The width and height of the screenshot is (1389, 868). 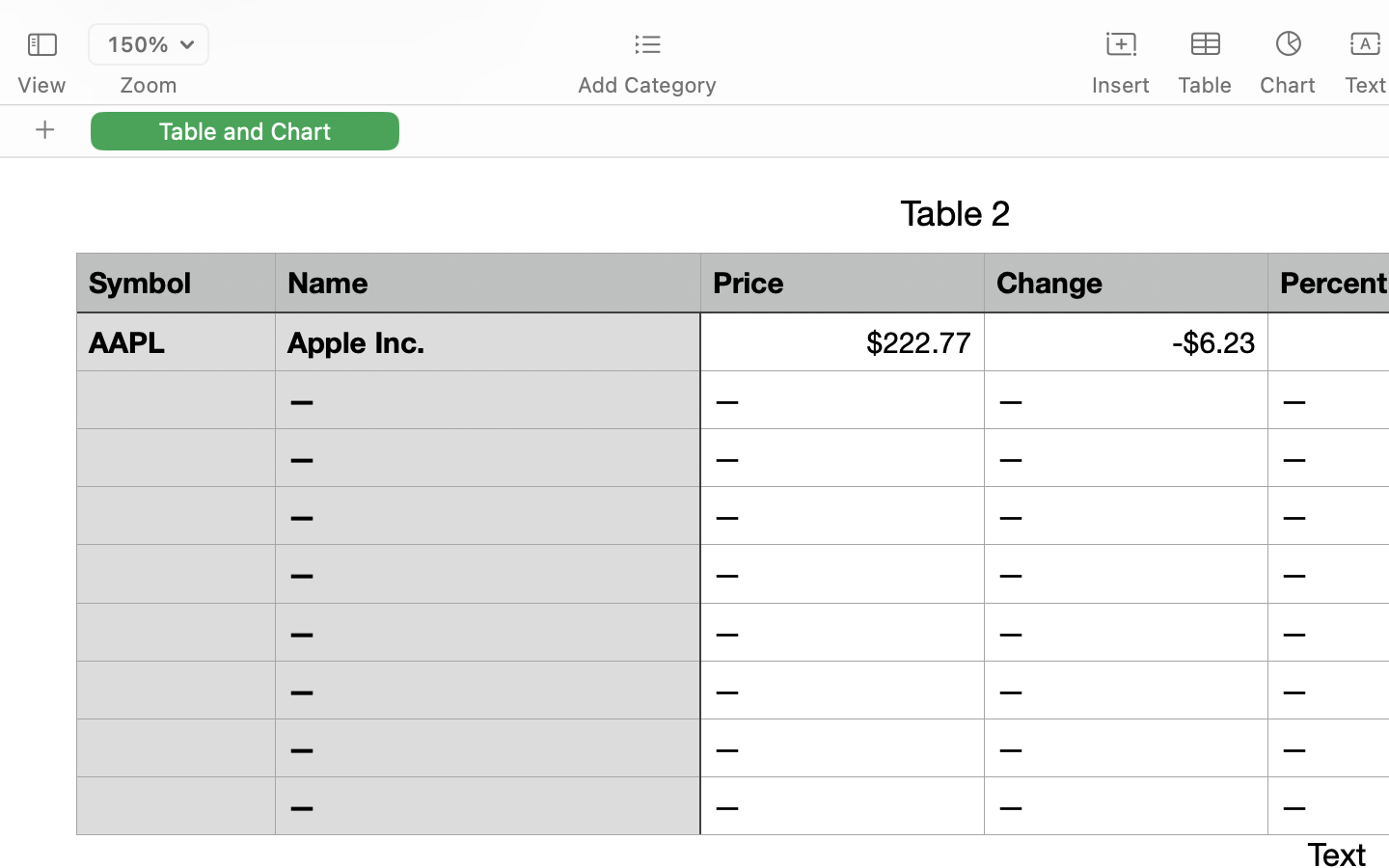 I want to click on 'Table and Chart', so click(x=244, y=130).